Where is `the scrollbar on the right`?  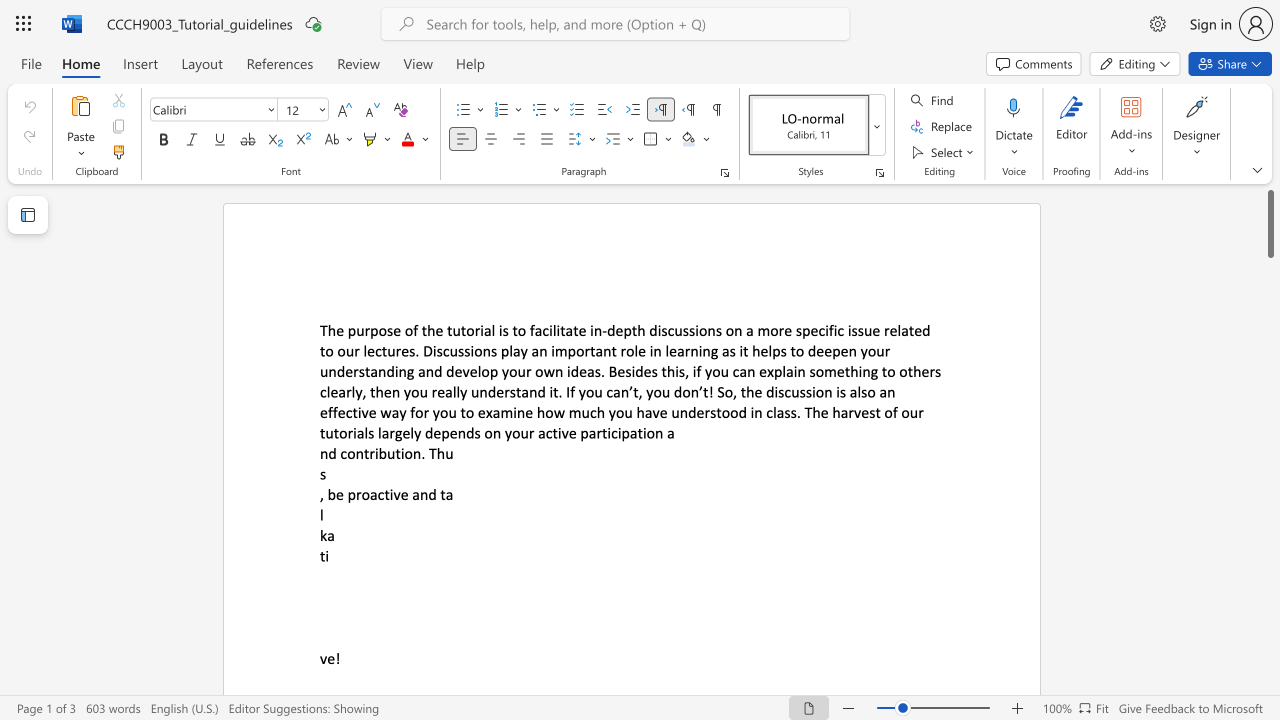
the scrollbar on the right is located at coordinates (1269, 390).